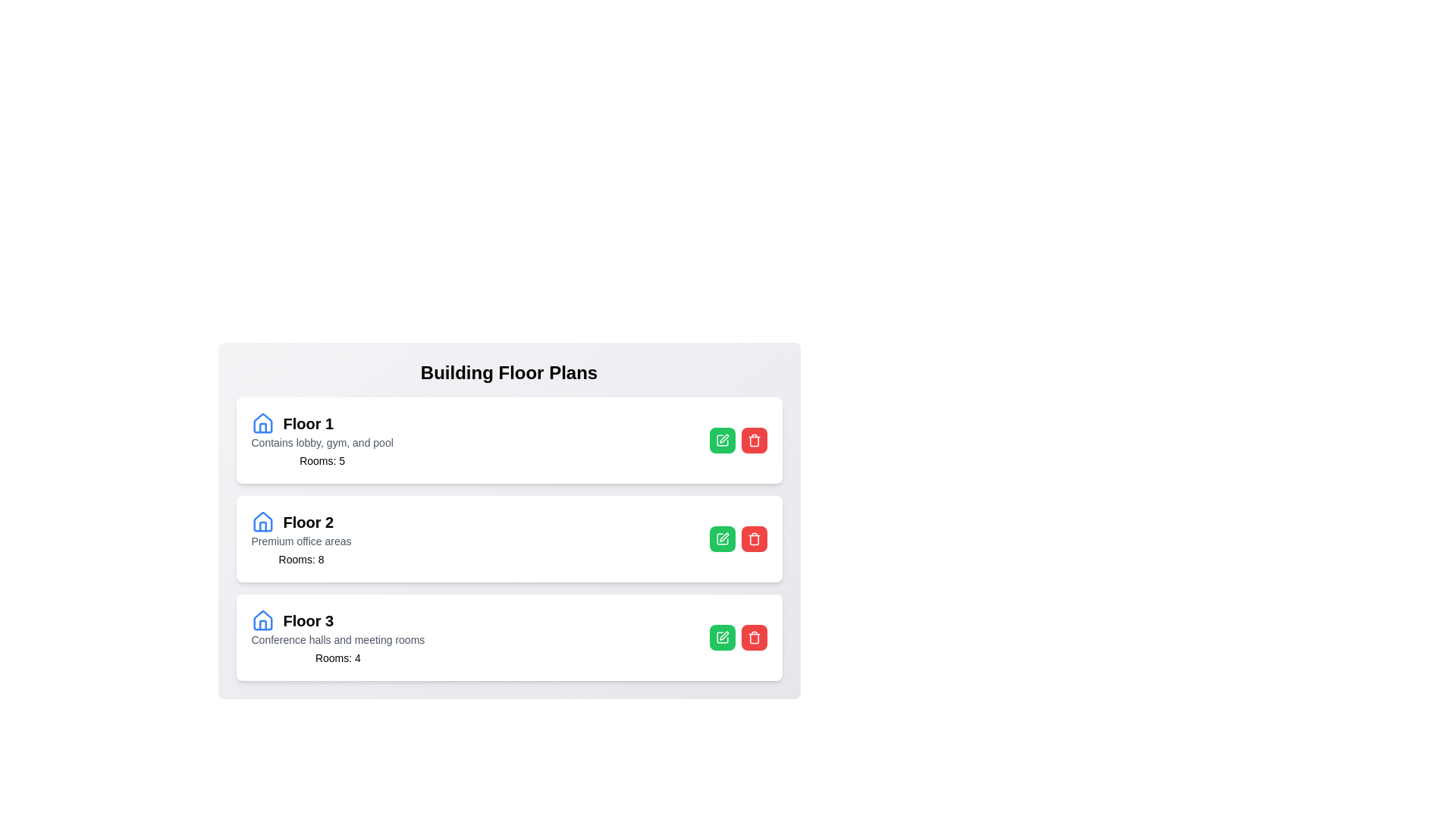 This screenshot has width=1456, height=819. I want to click on the edit button for Floor 1, so click(721, 441).